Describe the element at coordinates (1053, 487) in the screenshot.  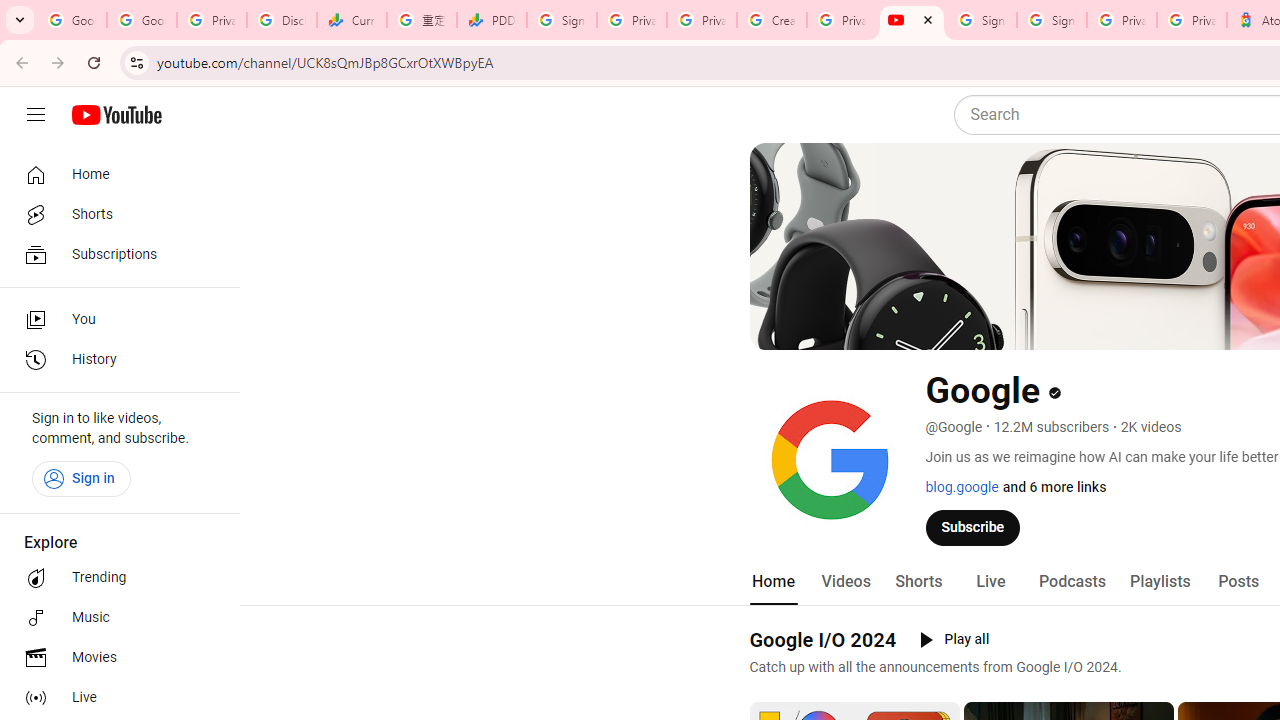
I see `'and 6 more links'` at that location.